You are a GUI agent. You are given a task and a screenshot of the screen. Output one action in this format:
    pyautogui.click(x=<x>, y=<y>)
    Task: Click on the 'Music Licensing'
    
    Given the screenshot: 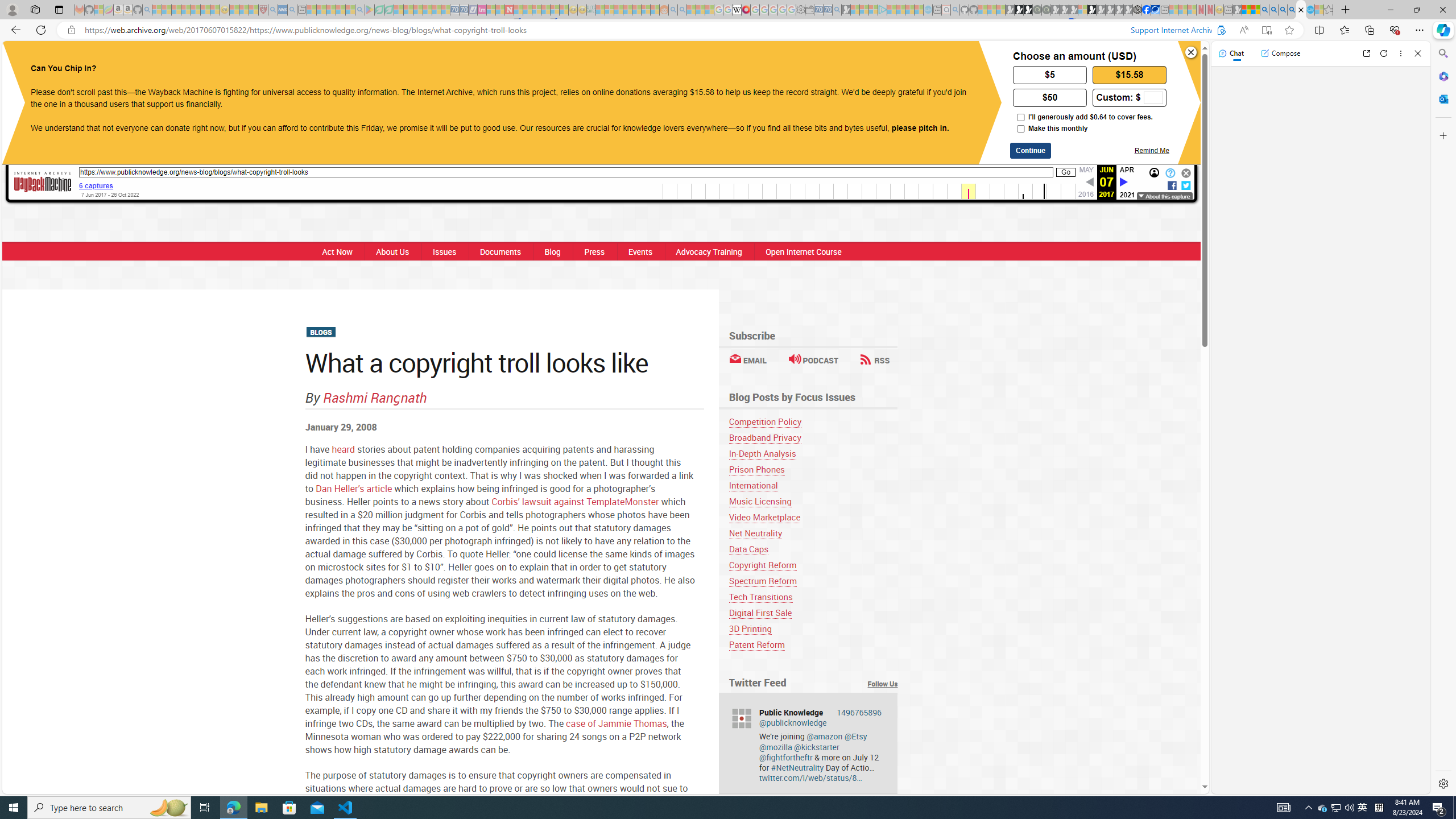 What is the action you would take?
    pyautogui.click(x=760, y=500)
    